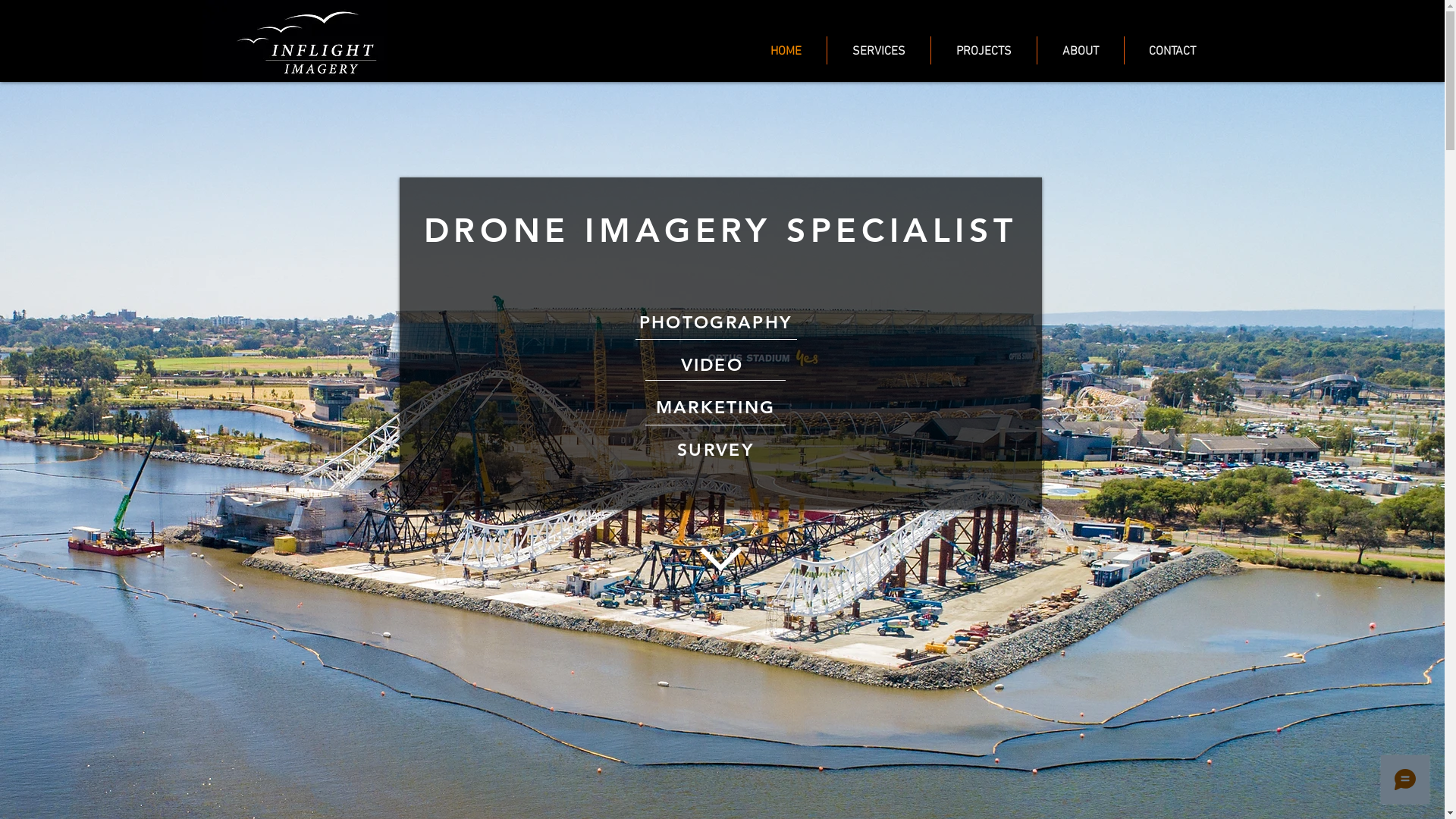 Image resolution: width=1456 pixels, height=819 pixels. Describe the element at coordinates (984, 49) in the screenshot. I see `'PROJECTS'` at that location.